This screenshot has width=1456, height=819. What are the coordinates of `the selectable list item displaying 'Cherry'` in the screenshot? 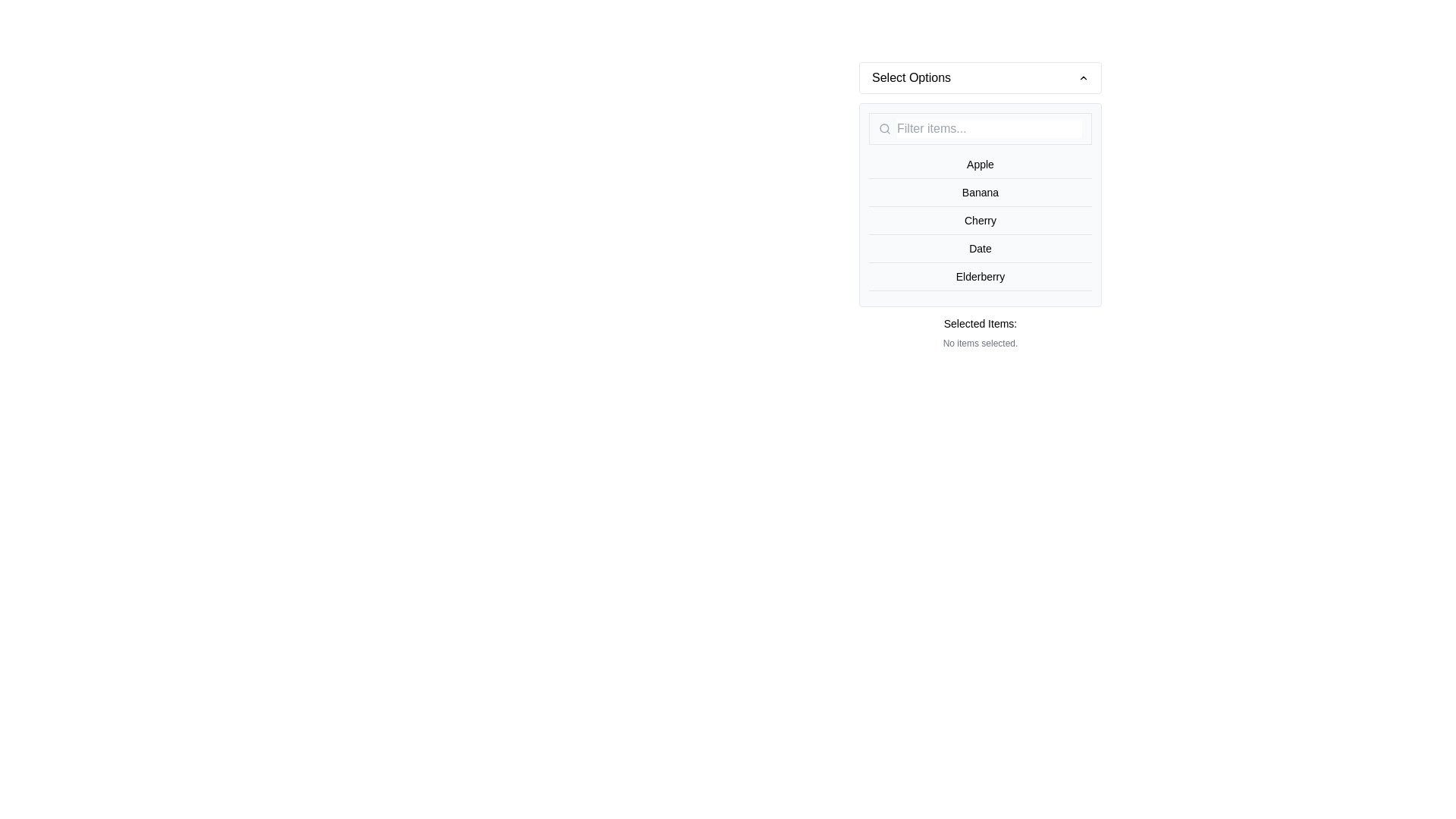 It's located at (980, 220).